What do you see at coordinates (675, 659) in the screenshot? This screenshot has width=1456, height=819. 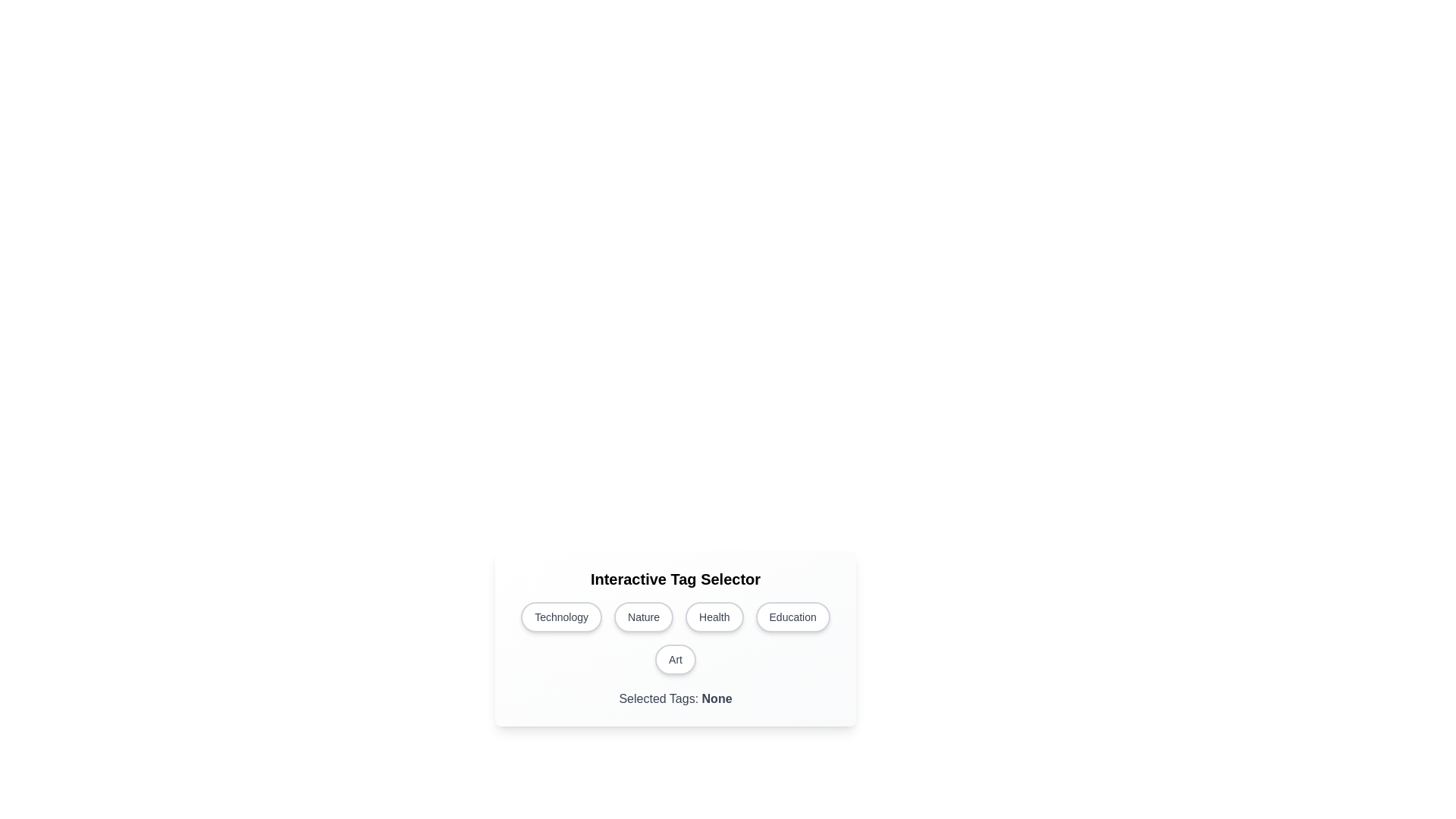 I see `the Art tag to select or deselect it` at bounding box center [675, 659].